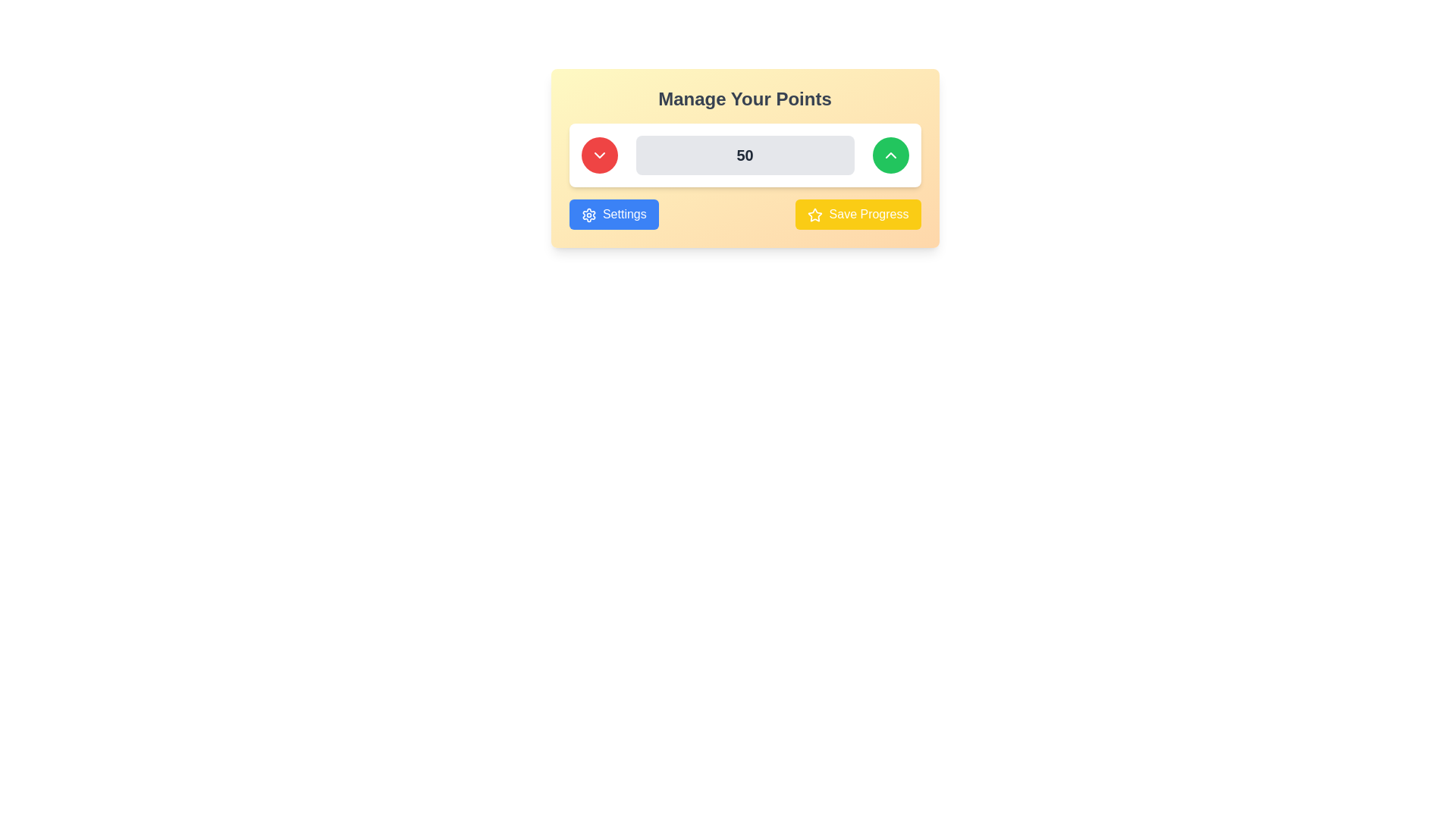 This screenshot has height=819, width=1456. I want to click on the central panel area that allows users to manage their points, located below the header 'Manage Your Points', so click(745, 158).